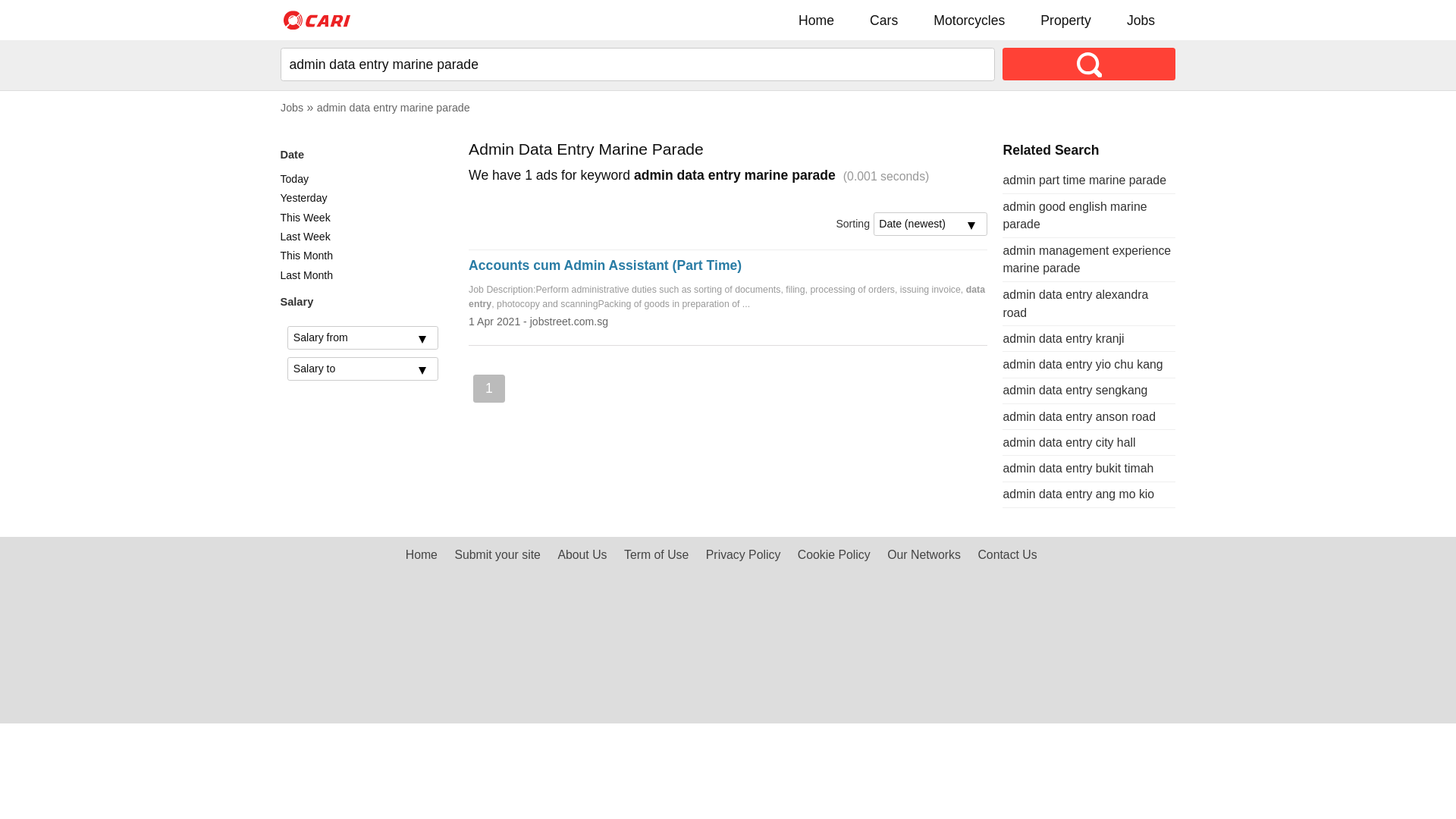  I want to click on 'admin data entry sengkang', so click(1074, 389).